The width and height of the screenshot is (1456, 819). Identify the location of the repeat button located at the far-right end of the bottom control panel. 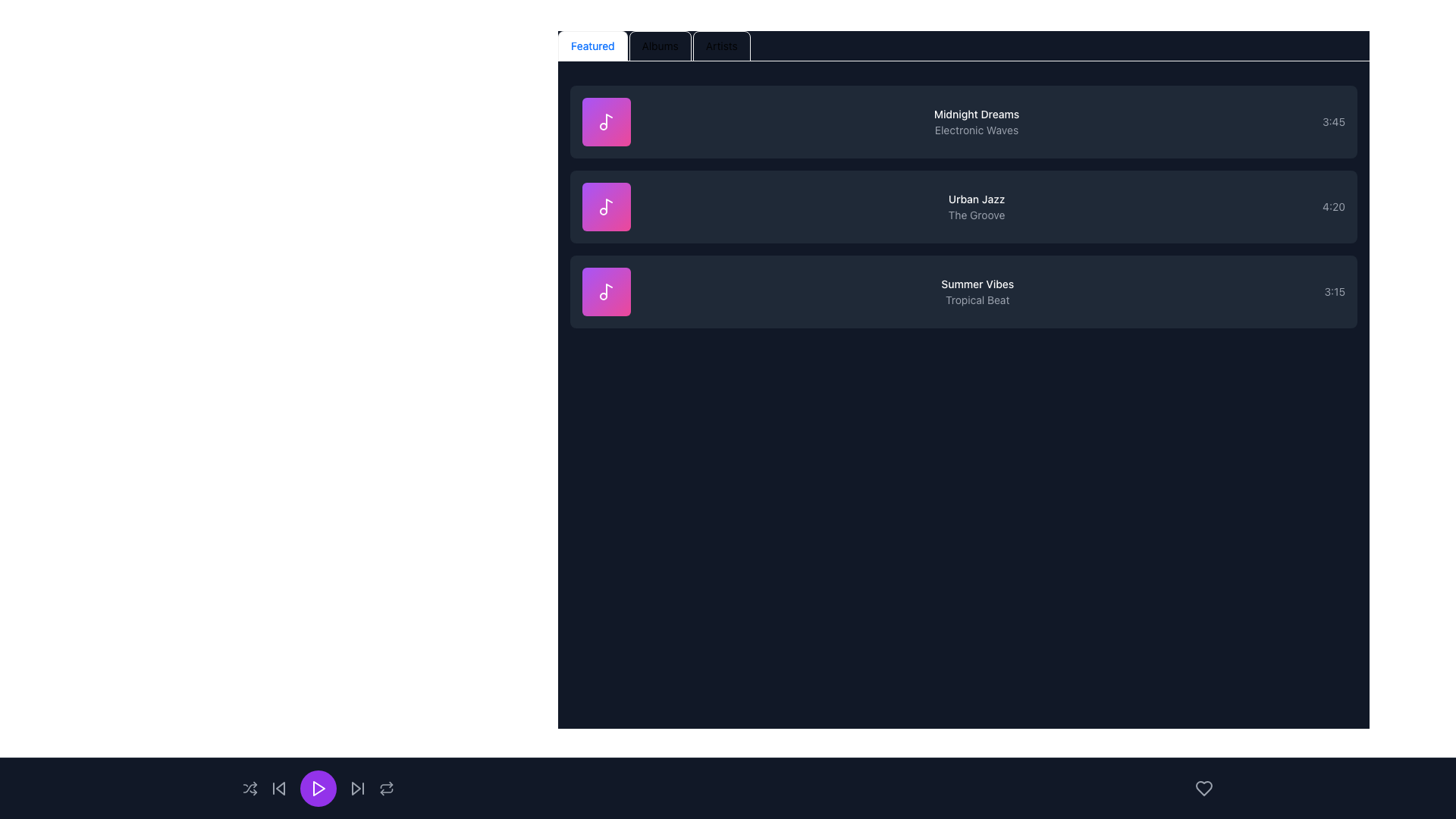
(386, 788).